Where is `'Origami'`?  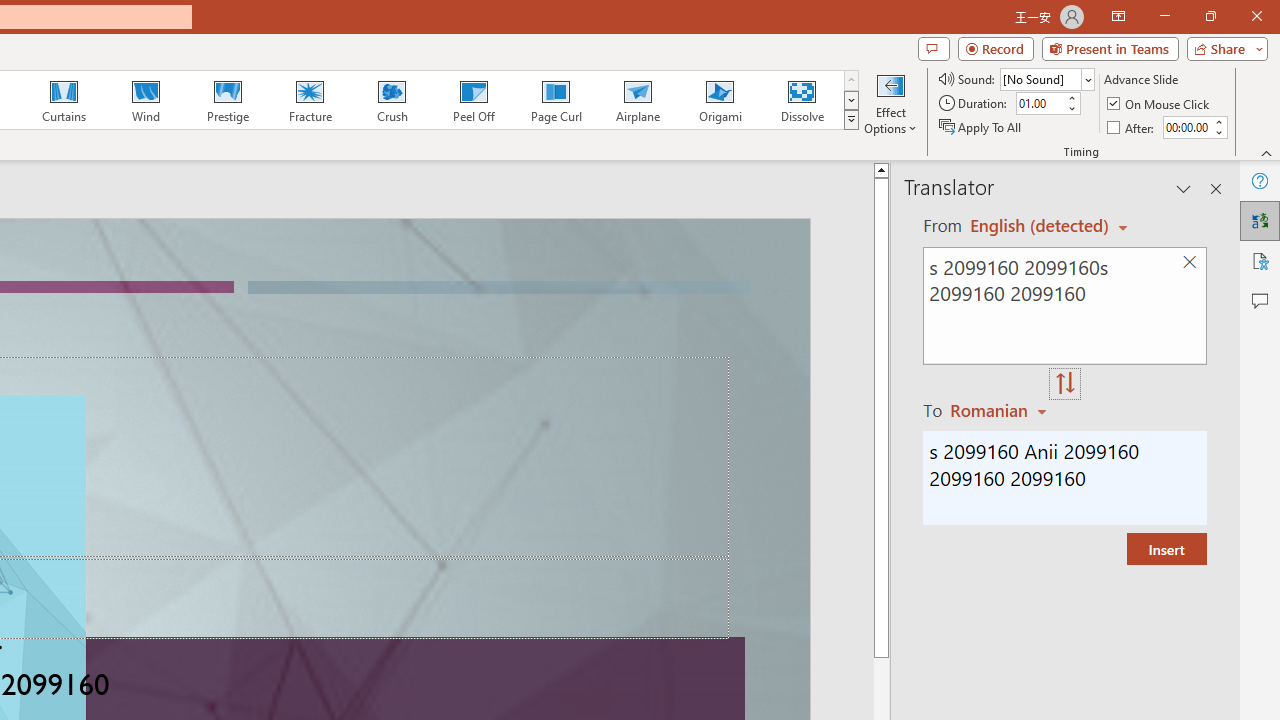 'Origami' is located at coordinates (720, 100).